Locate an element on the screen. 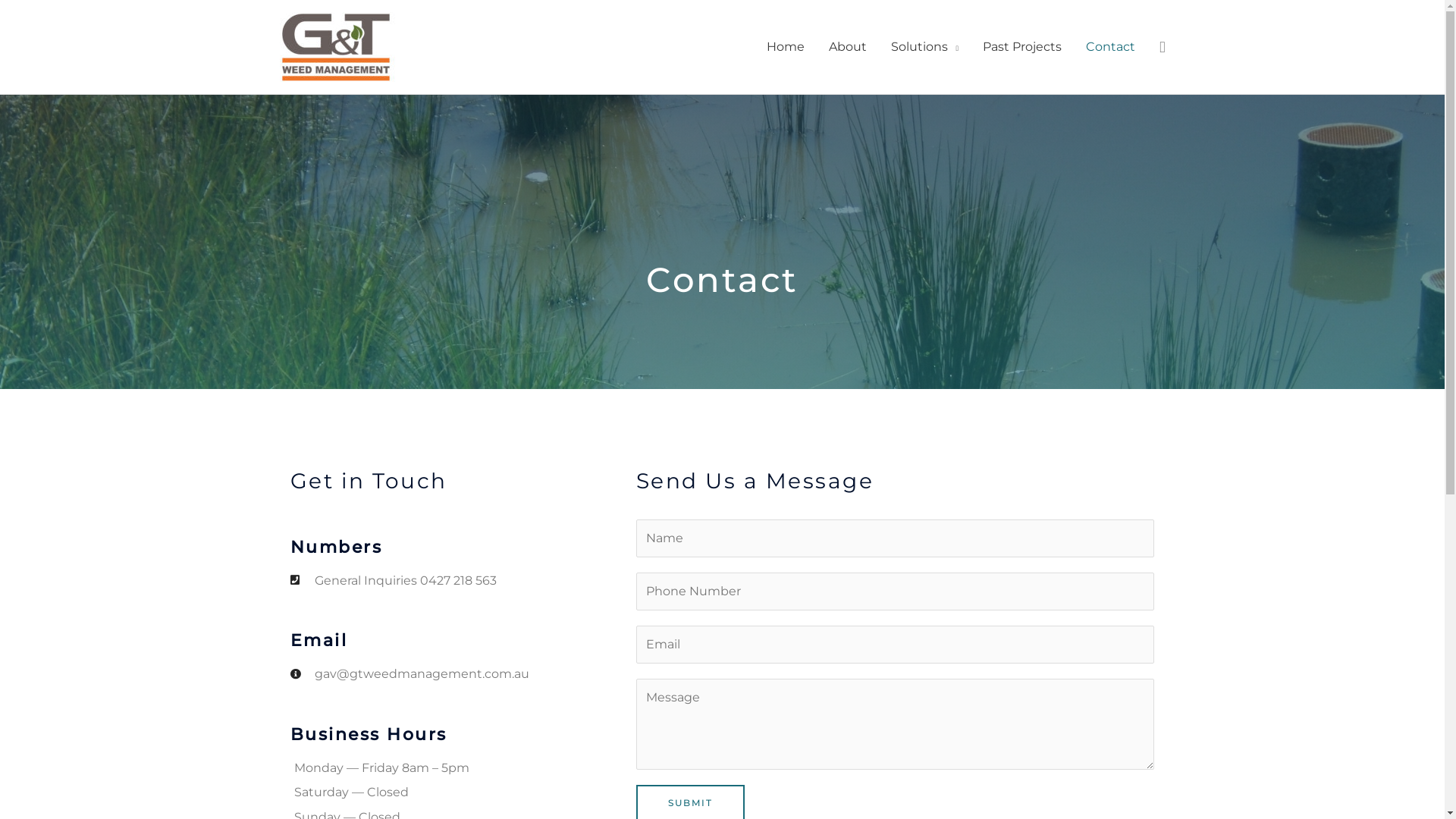 The width and height of the screenshot is (1456, 819). 'Contact' is located at coordinates (1110, 45).